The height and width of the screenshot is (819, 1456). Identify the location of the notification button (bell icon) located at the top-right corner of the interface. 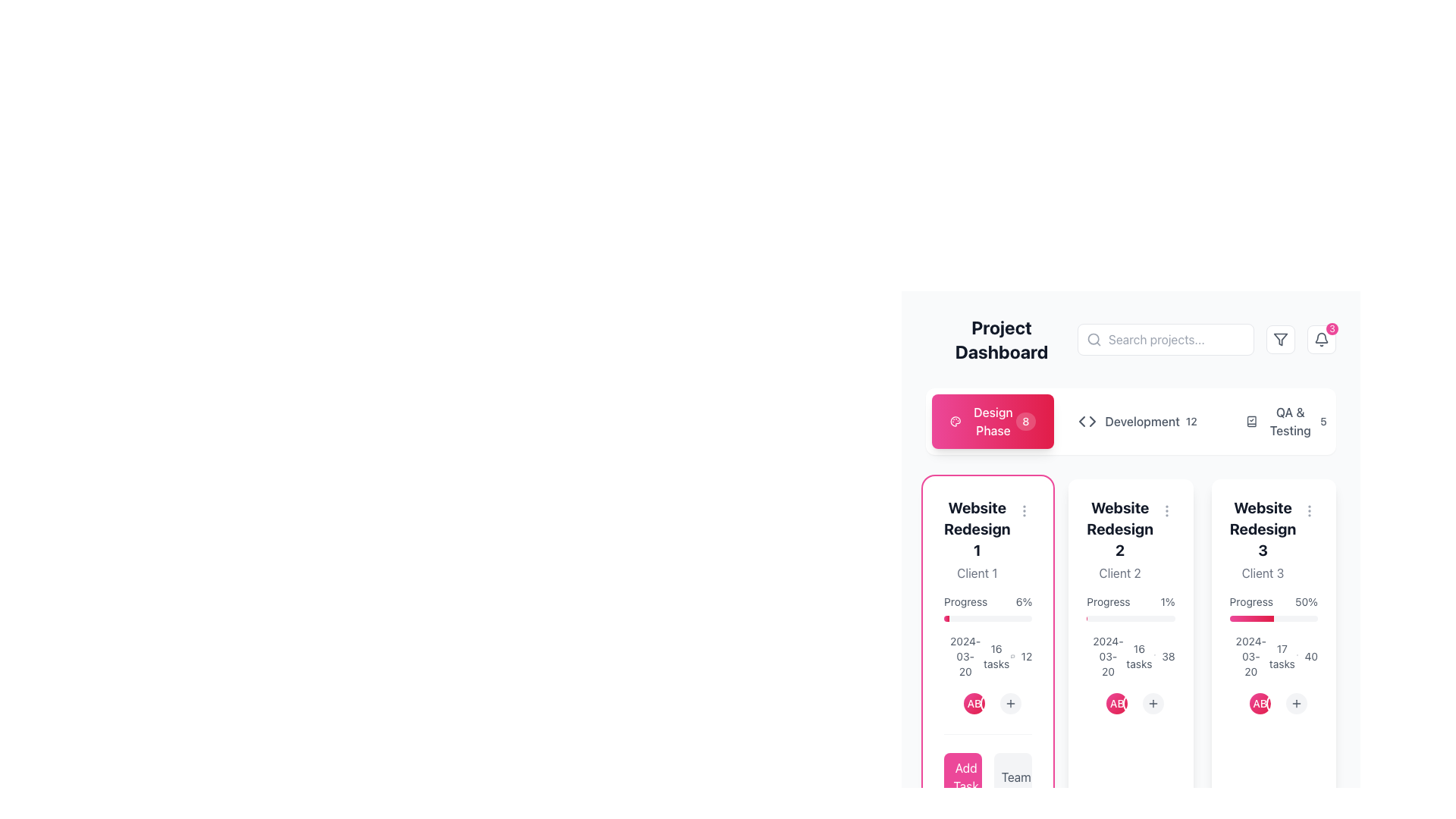
(1320, 338).